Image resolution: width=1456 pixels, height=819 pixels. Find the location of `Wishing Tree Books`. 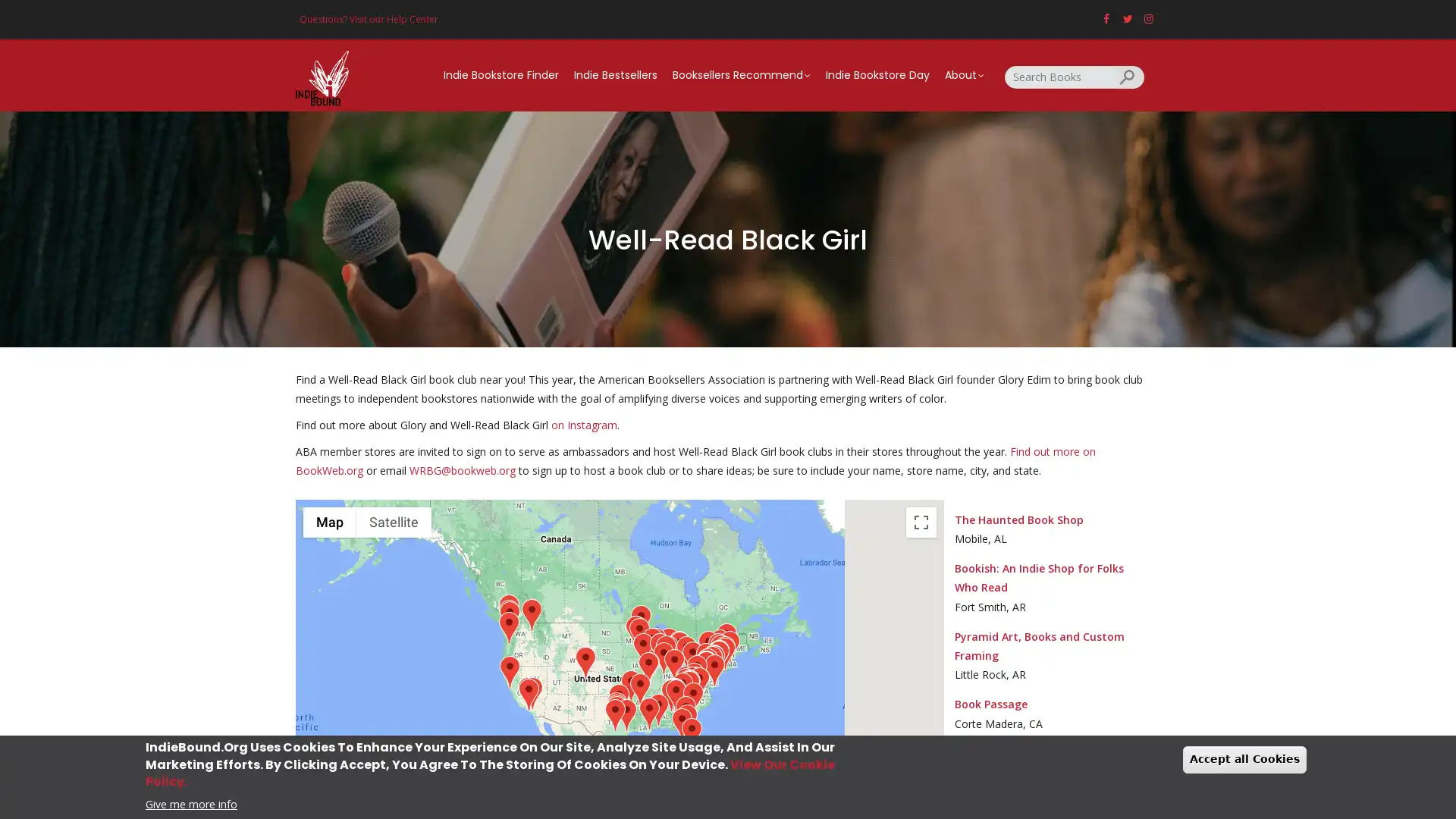

Wishing Tree Books is located at coordinates (531, 614).